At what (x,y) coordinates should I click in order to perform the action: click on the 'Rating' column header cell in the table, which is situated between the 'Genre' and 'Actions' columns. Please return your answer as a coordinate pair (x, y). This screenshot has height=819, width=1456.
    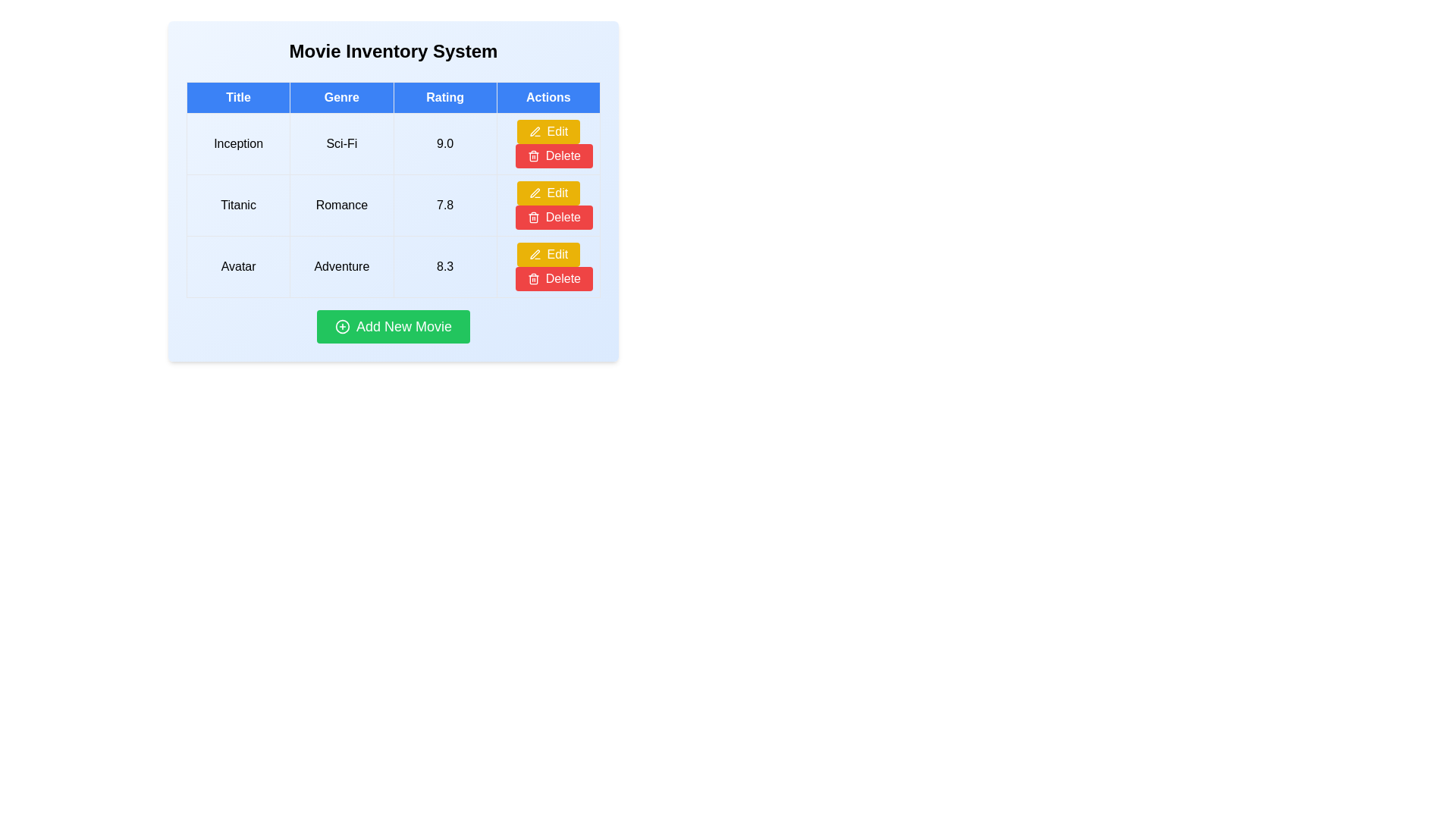
    Looking at the image, I should click on (444, 97).